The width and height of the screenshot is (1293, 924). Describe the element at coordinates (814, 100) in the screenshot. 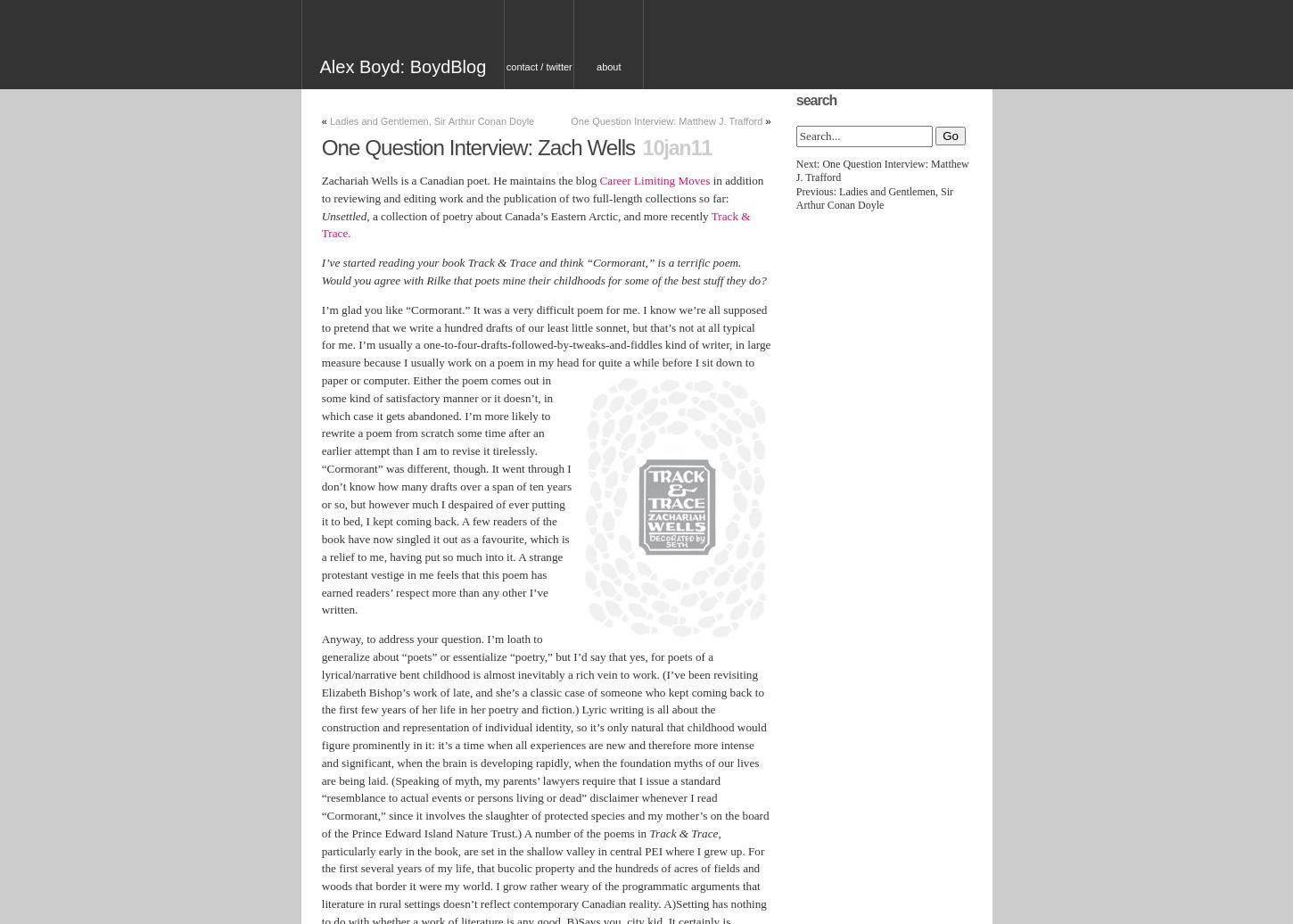

I see `'Search'` at that location.